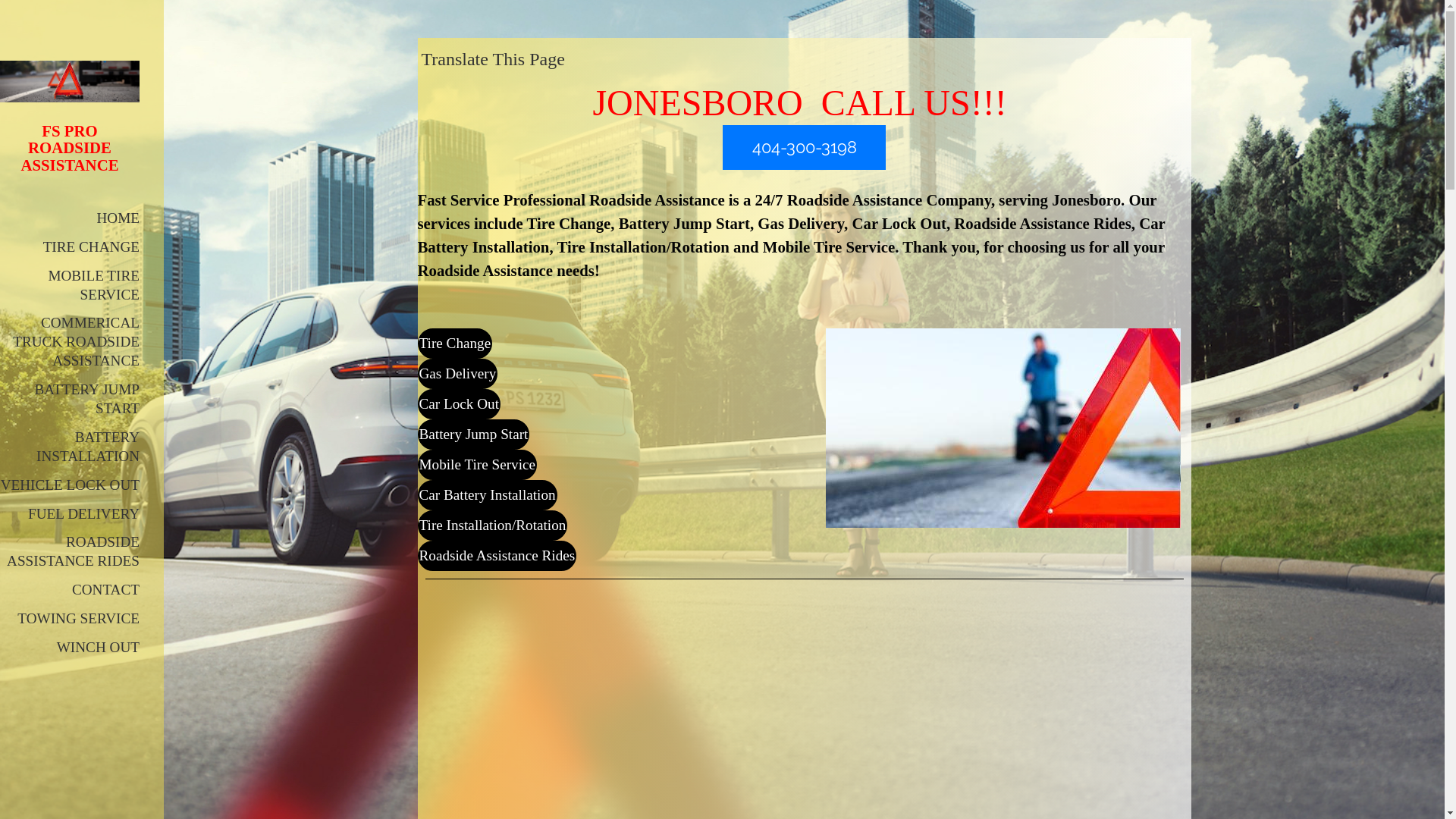  Describe the element at coordinates (453, 343) in the screenshot. I see `'Tire Change'` at that location.